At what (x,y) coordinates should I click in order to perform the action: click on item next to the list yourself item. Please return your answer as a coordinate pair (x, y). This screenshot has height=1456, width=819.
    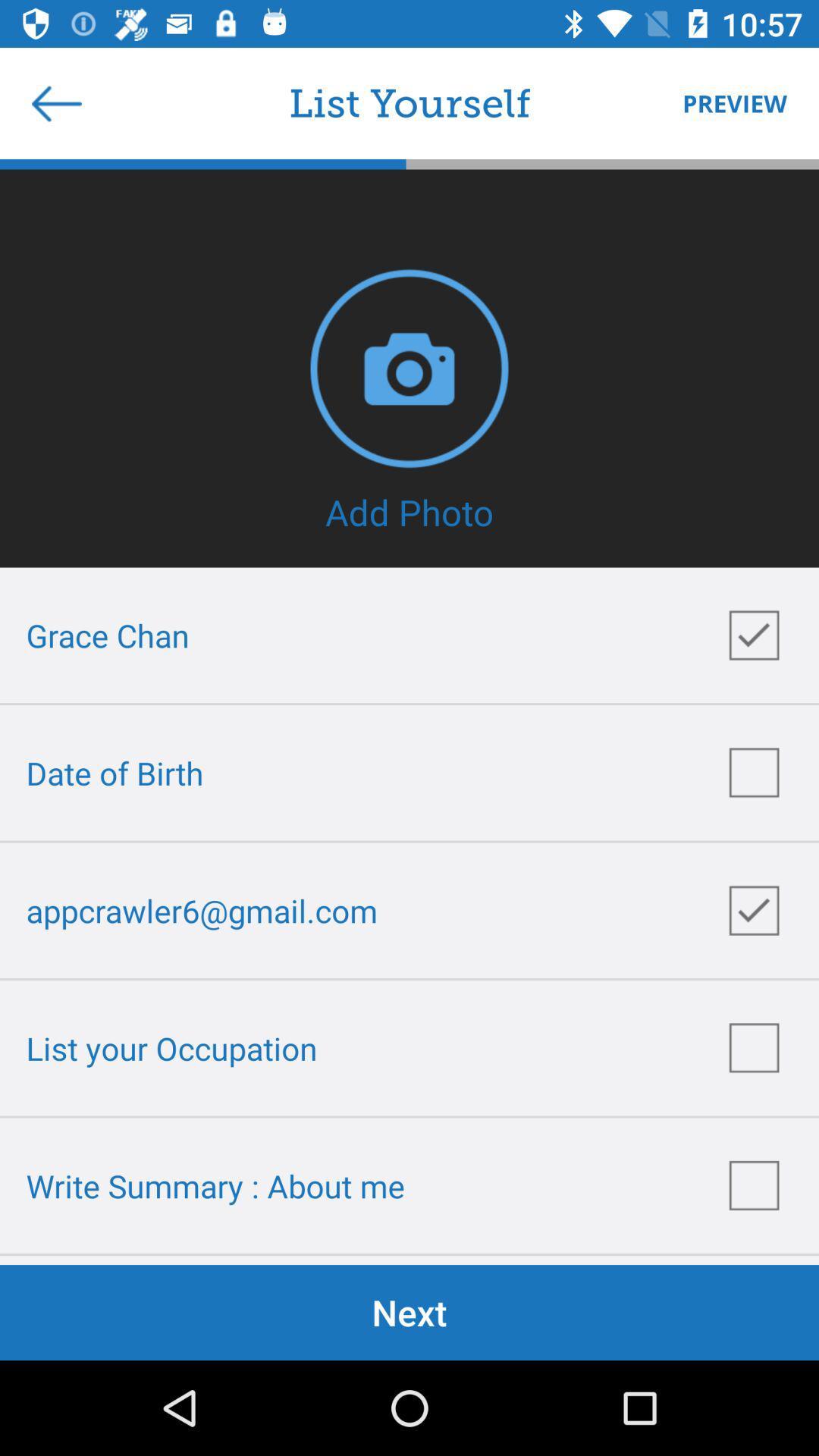
    Looking at the image, I should click on (55, 102).